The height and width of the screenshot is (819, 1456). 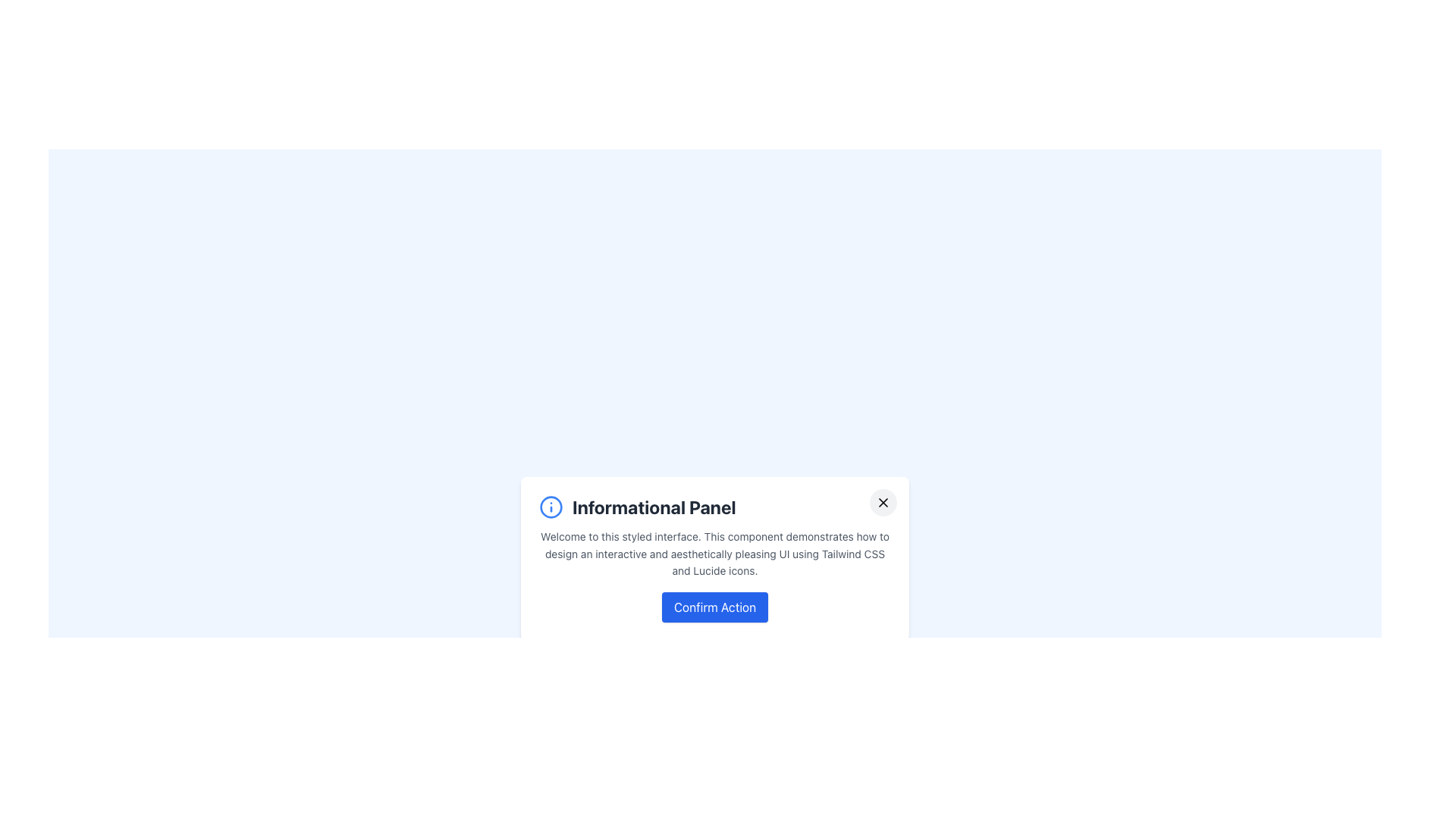 I want to click on the Text Label that serves as a title or heading for an informational modal, located to the right of the circular 'info' icon in the center of the interface, so click(x=654, y=507).